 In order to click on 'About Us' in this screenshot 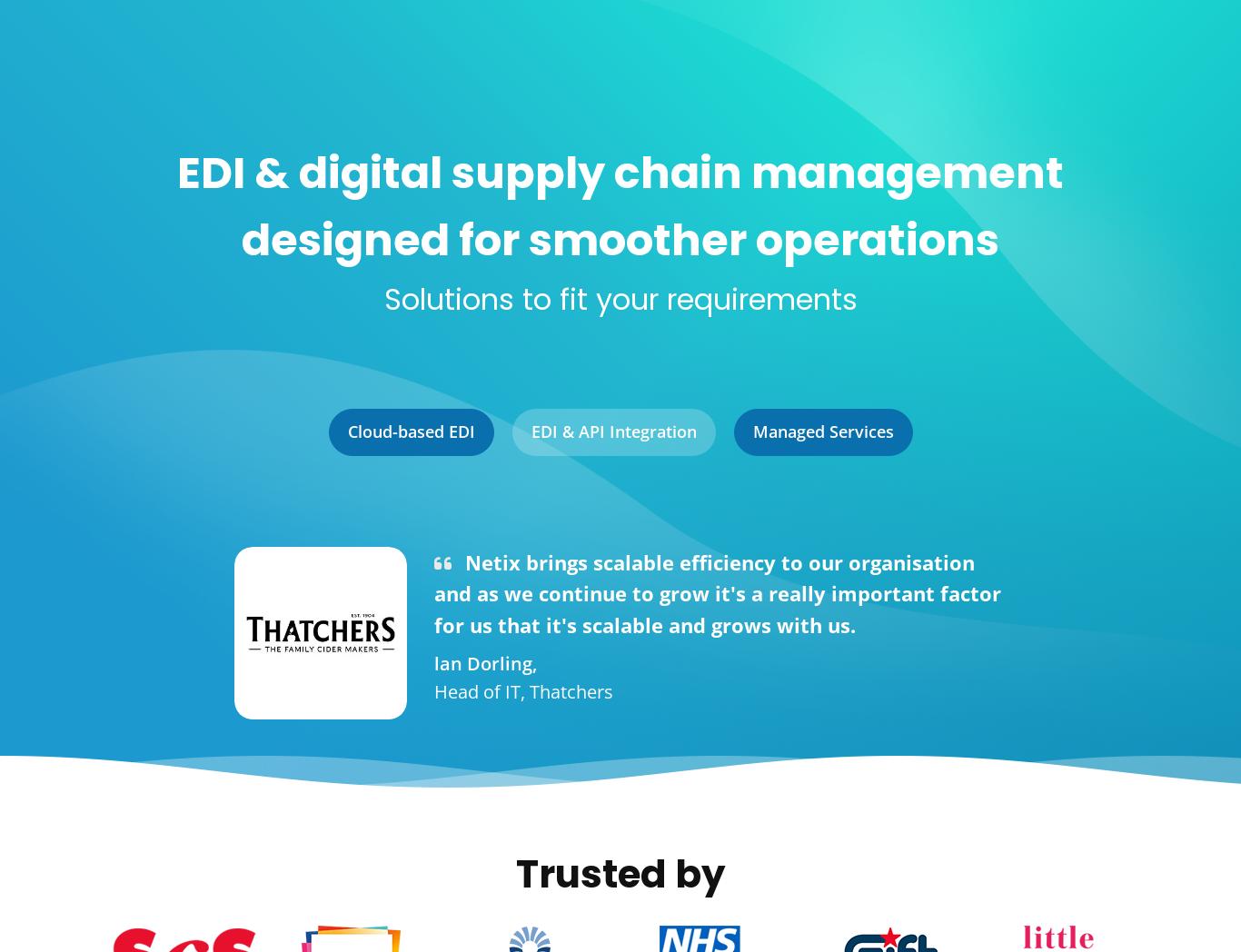, I will do `click(564, 32)`.